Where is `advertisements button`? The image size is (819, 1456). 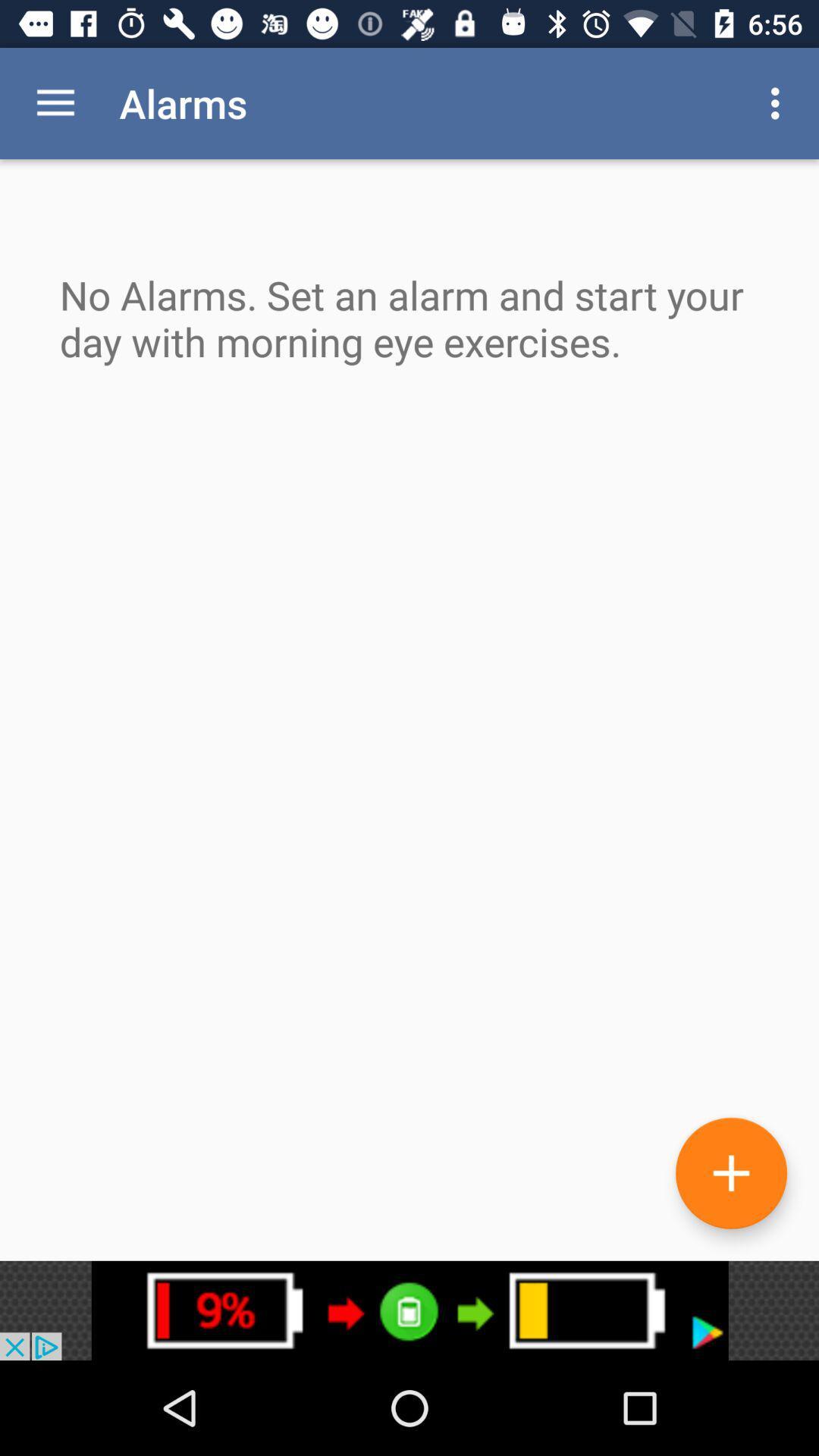 advertisements button is located at coordinates (409, 1310).